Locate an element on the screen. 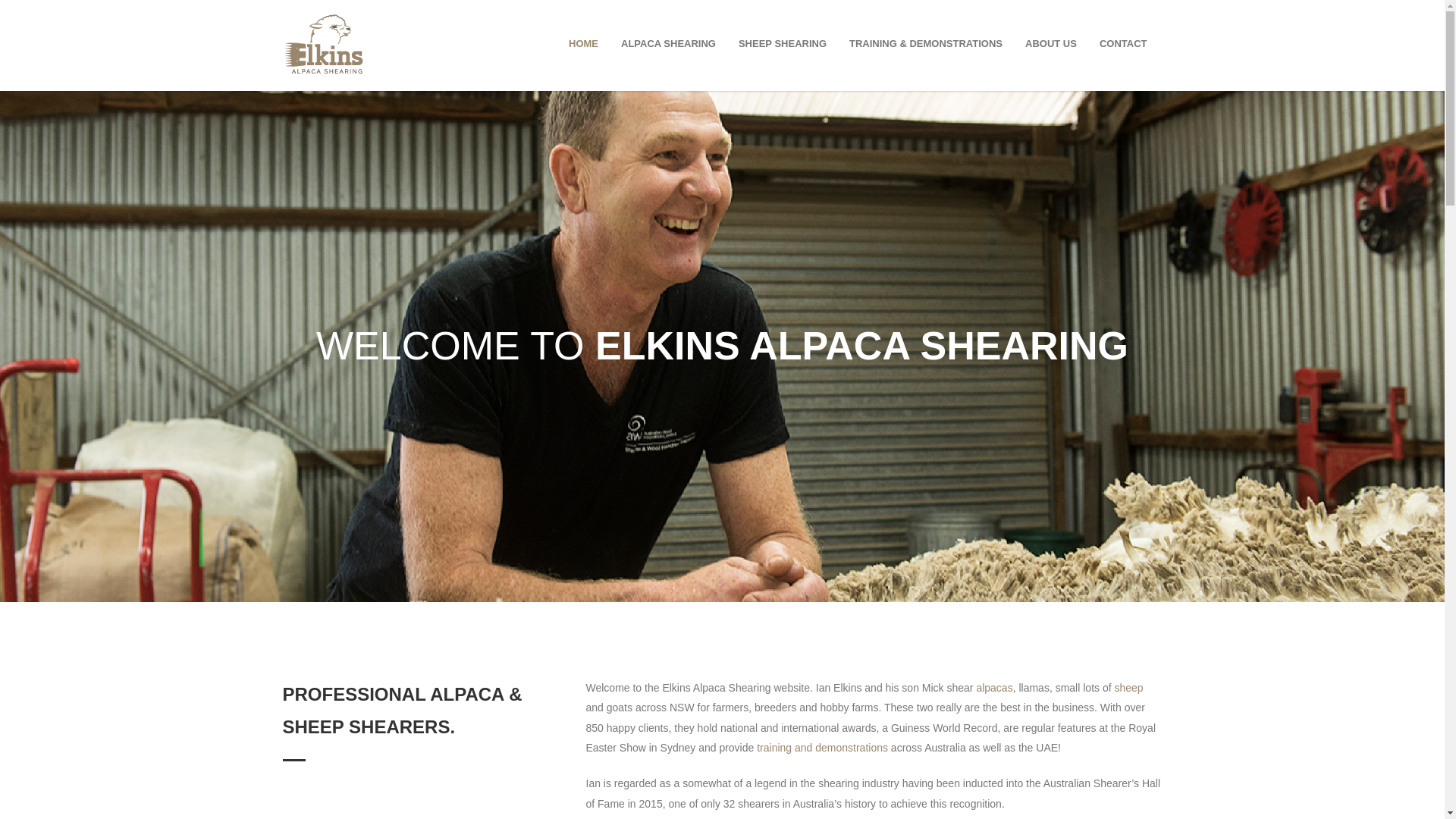 This screenshot has width=1456, height=819. 'TRAINING & DEMONSTRATIONS' is located at coordinates (836, 42).